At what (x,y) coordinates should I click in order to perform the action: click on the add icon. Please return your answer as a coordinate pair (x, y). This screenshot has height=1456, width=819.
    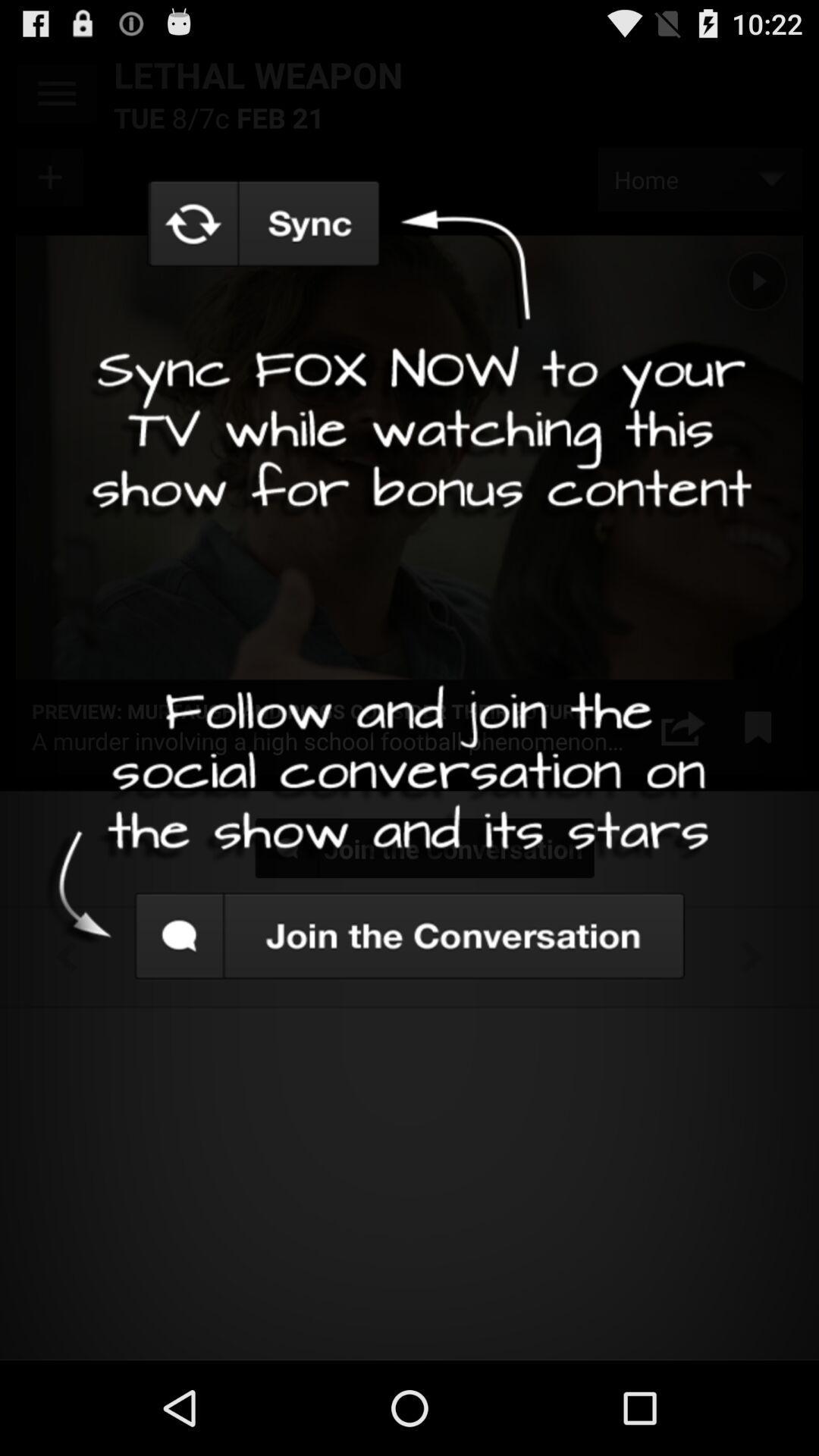
    Looking at the image, I should click on (50, 188).